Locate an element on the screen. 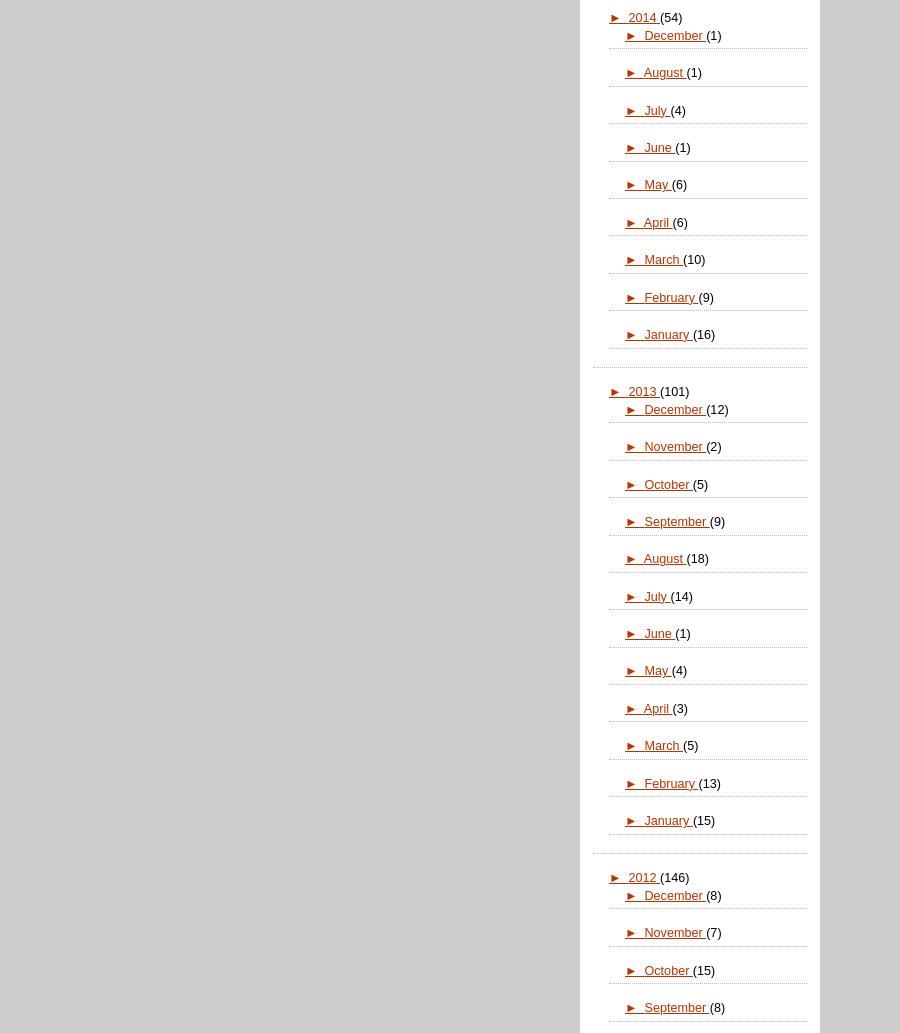  '(13)' is located at coordinates (708, 783).